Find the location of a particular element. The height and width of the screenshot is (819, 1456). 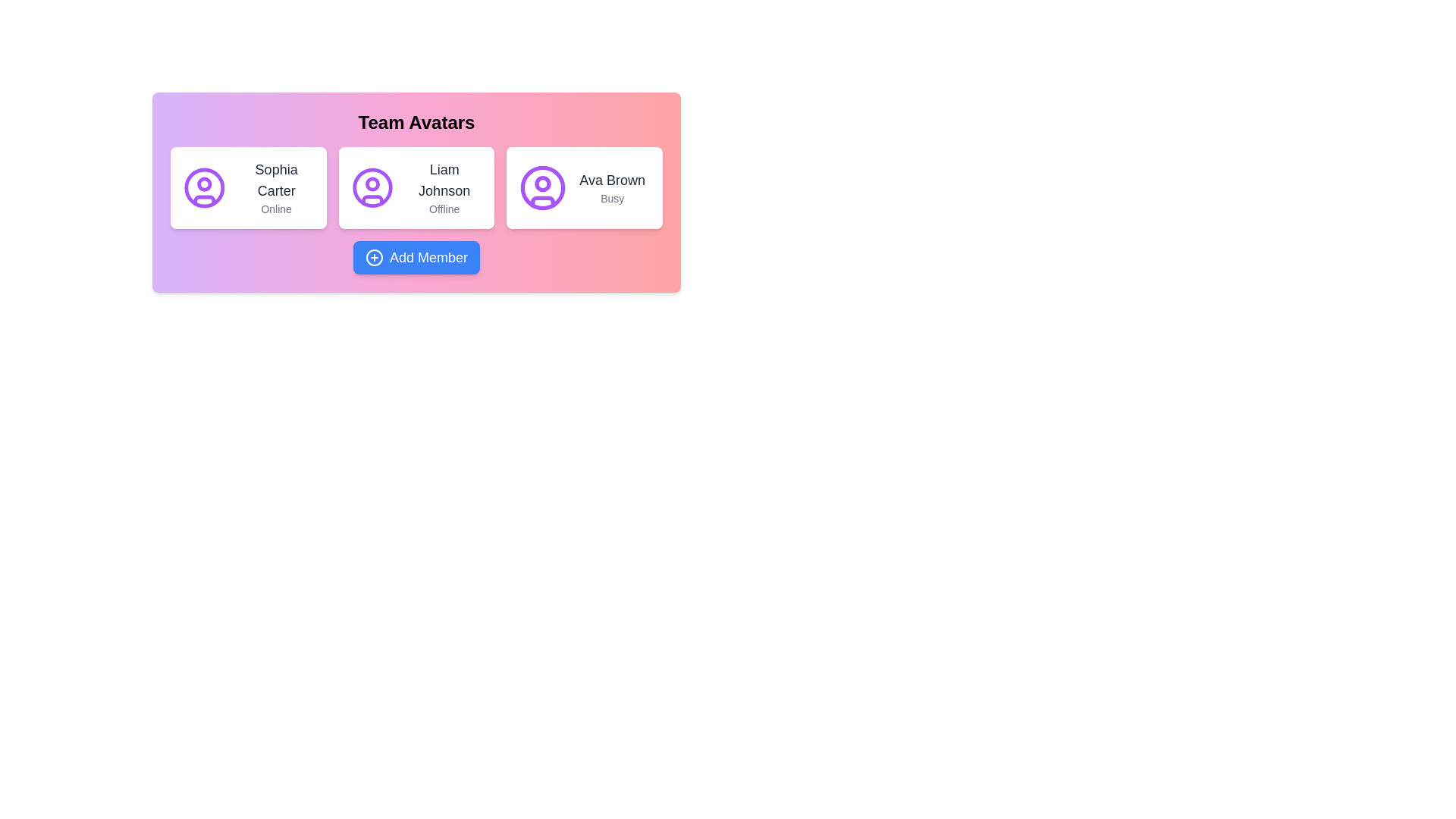

the small circular icon with a purple border inside the user avatar for 'Liam Johnson' in the 'Team Avatars' section is located at coordinates (372, 184).